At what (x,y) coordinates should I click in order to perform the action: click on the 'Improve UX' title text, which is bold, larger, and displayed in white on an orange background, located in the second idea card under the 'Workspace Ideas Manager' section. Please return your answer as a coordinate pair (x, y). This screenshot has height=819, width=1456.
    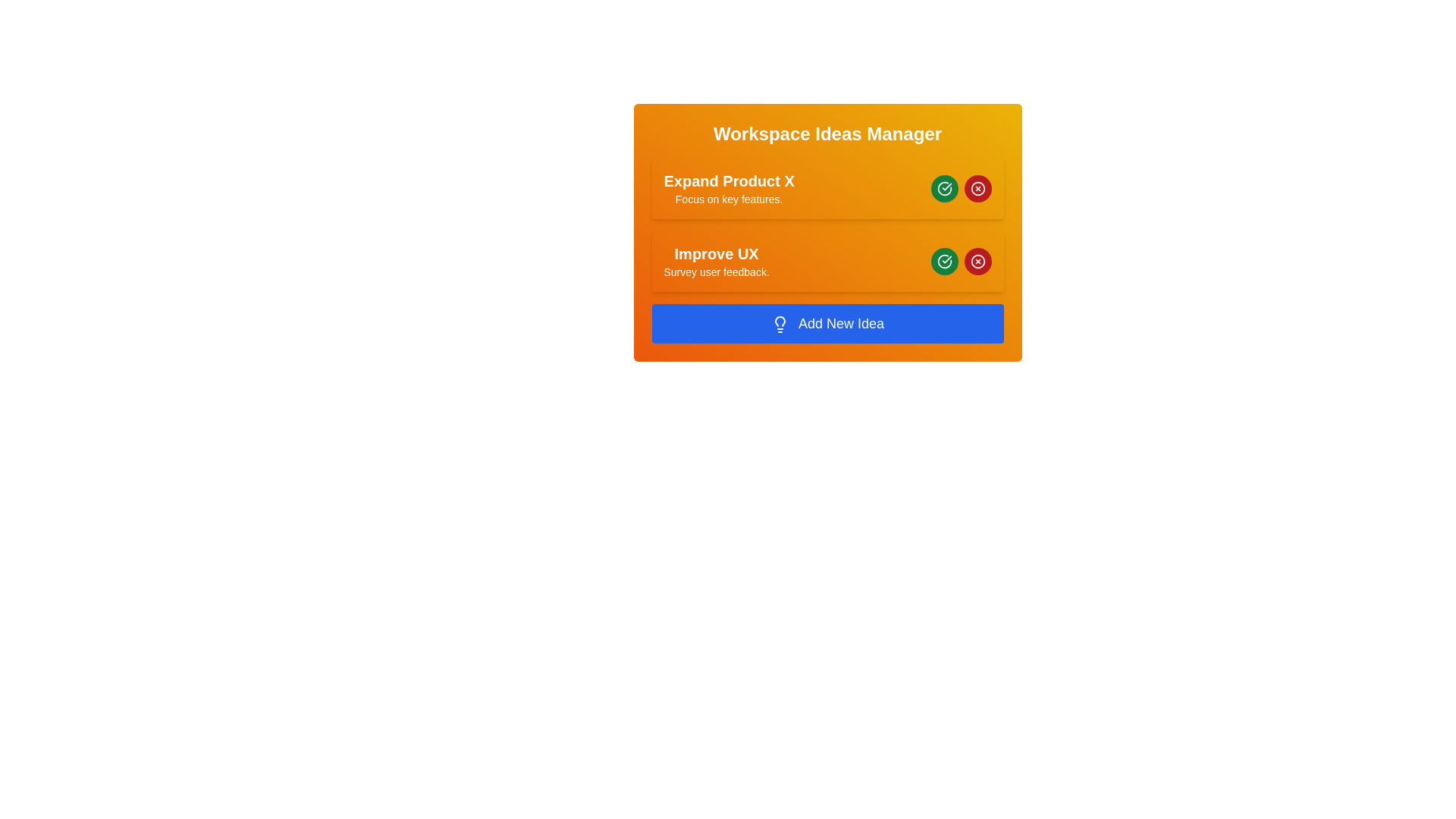
    Looking at the image, I should click on (716, 253).